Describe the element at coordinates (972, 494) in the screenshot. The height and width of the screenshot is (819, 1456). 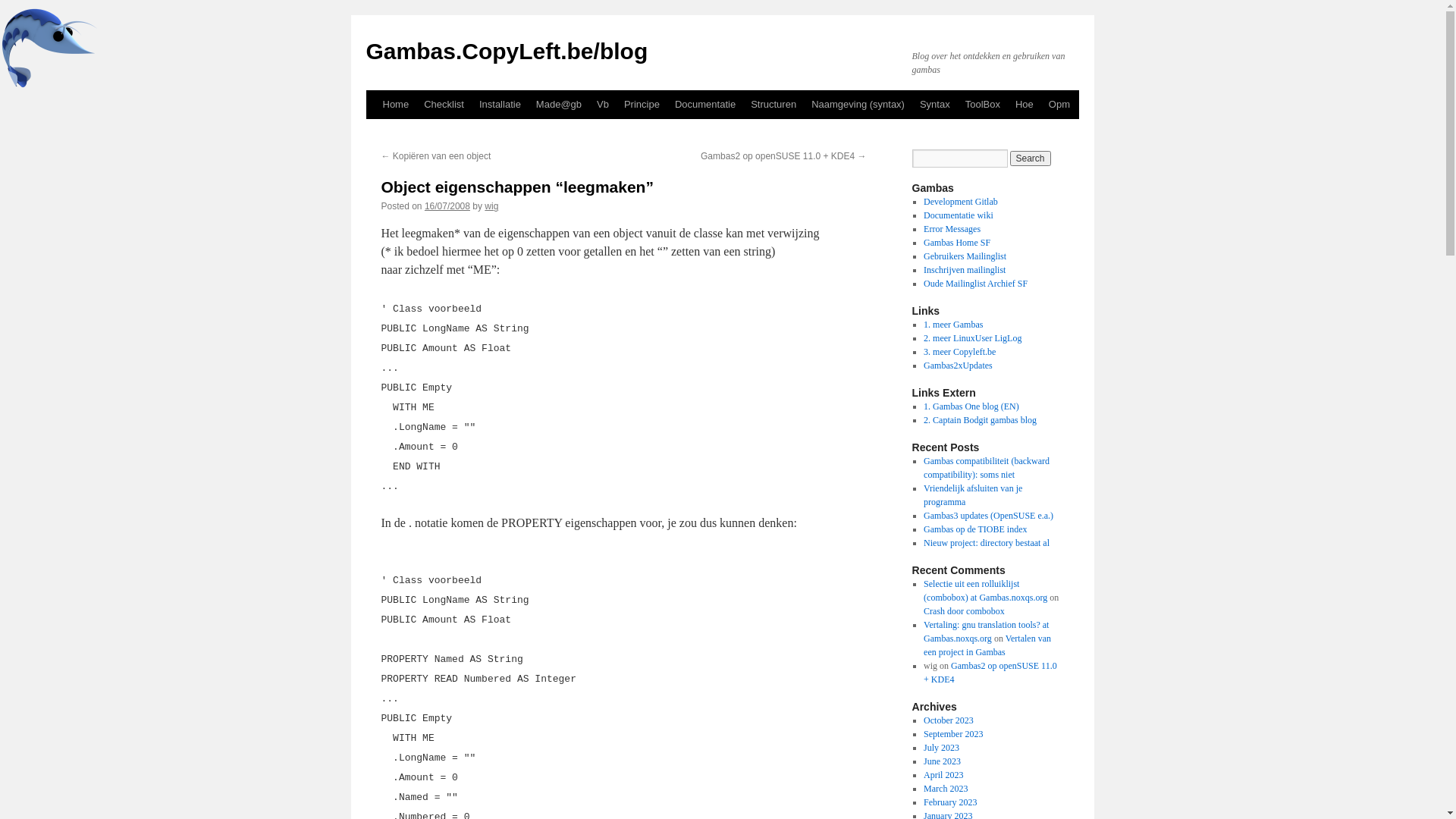
I see `'Vriendelijk afsluiten van je programma'` at that location.